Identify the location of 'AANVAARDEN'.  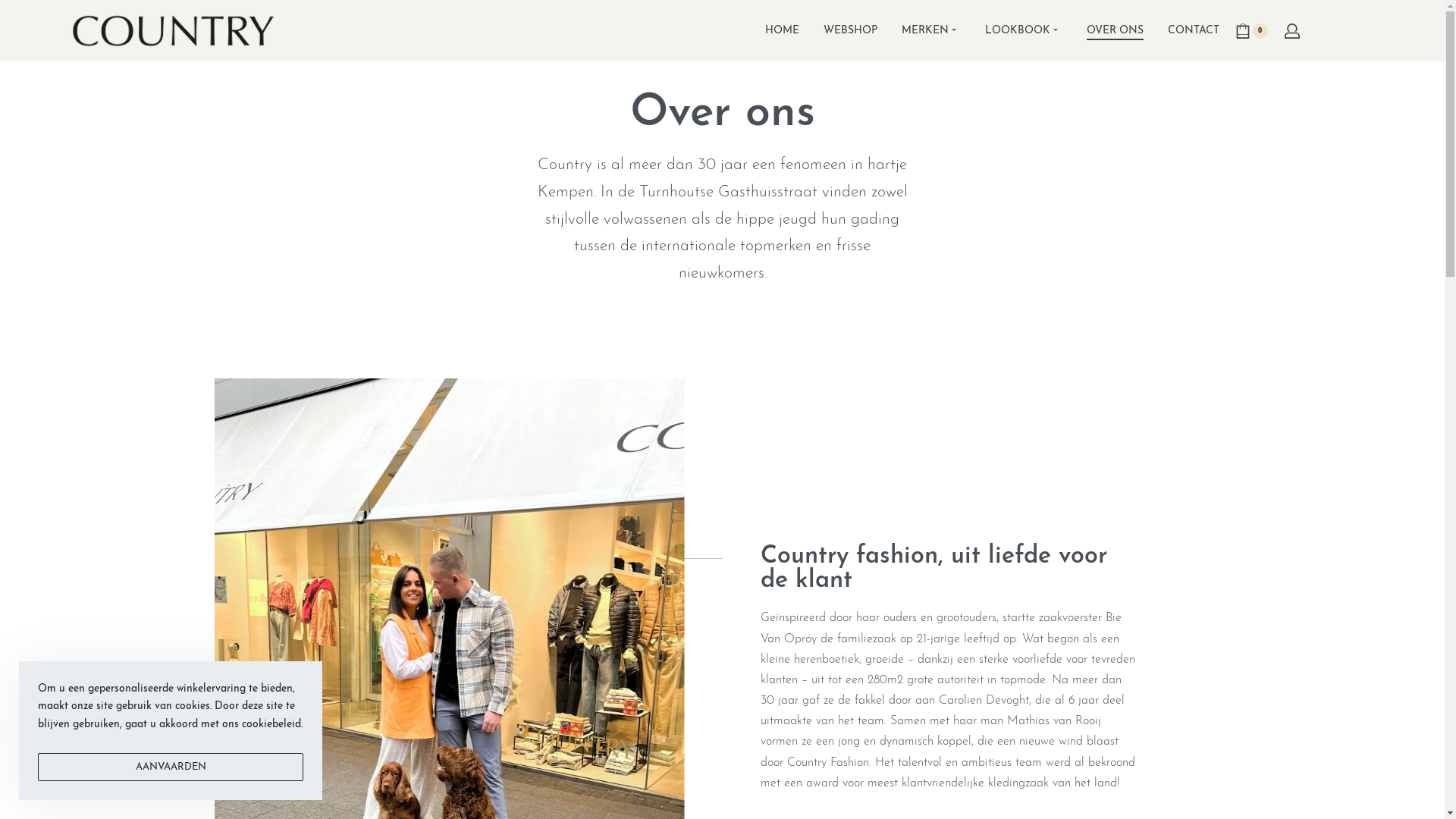
(171, 767).